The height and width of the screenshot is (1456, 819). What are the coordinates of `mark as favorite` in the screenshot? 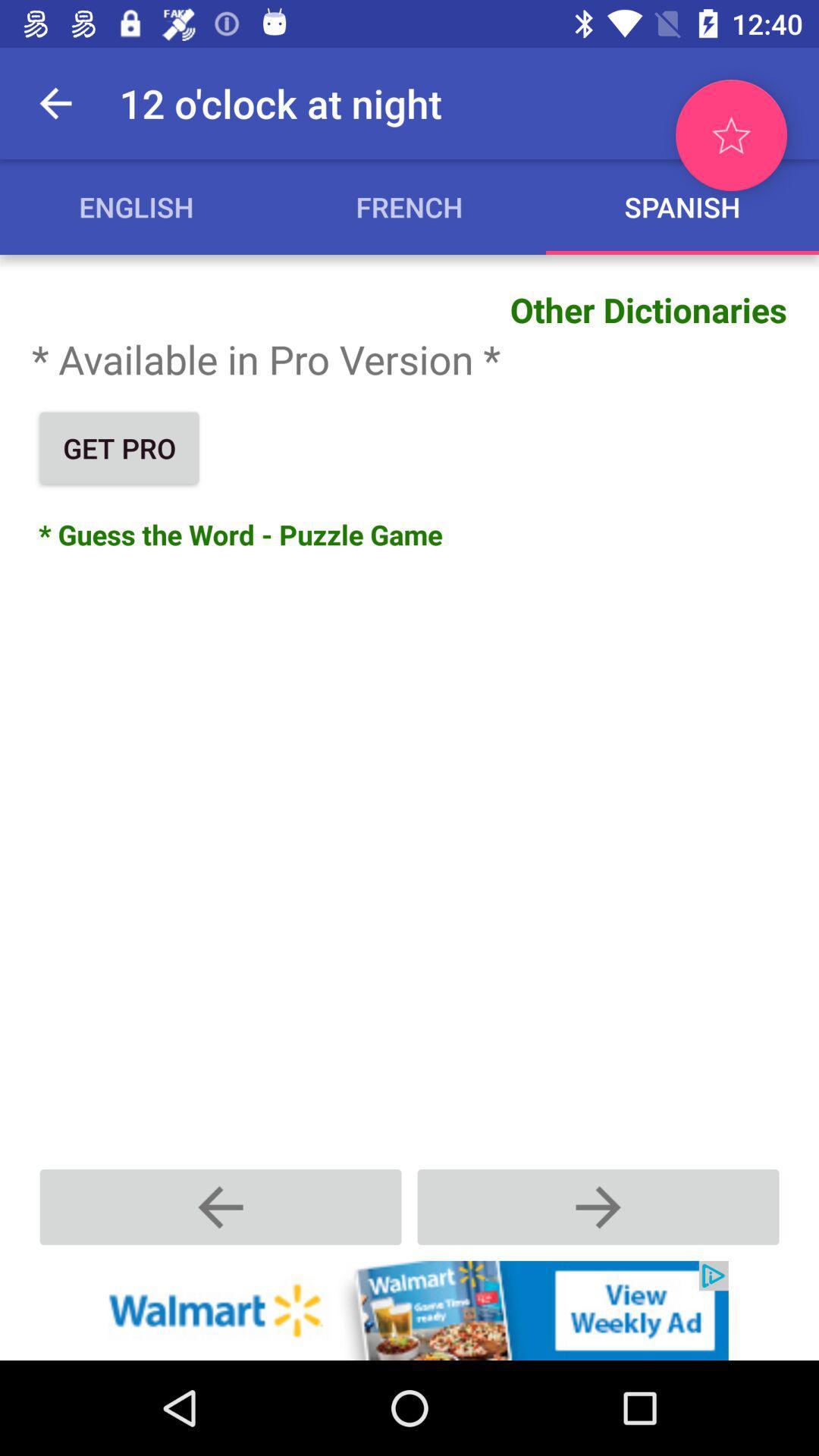 It's located at (730, 135).